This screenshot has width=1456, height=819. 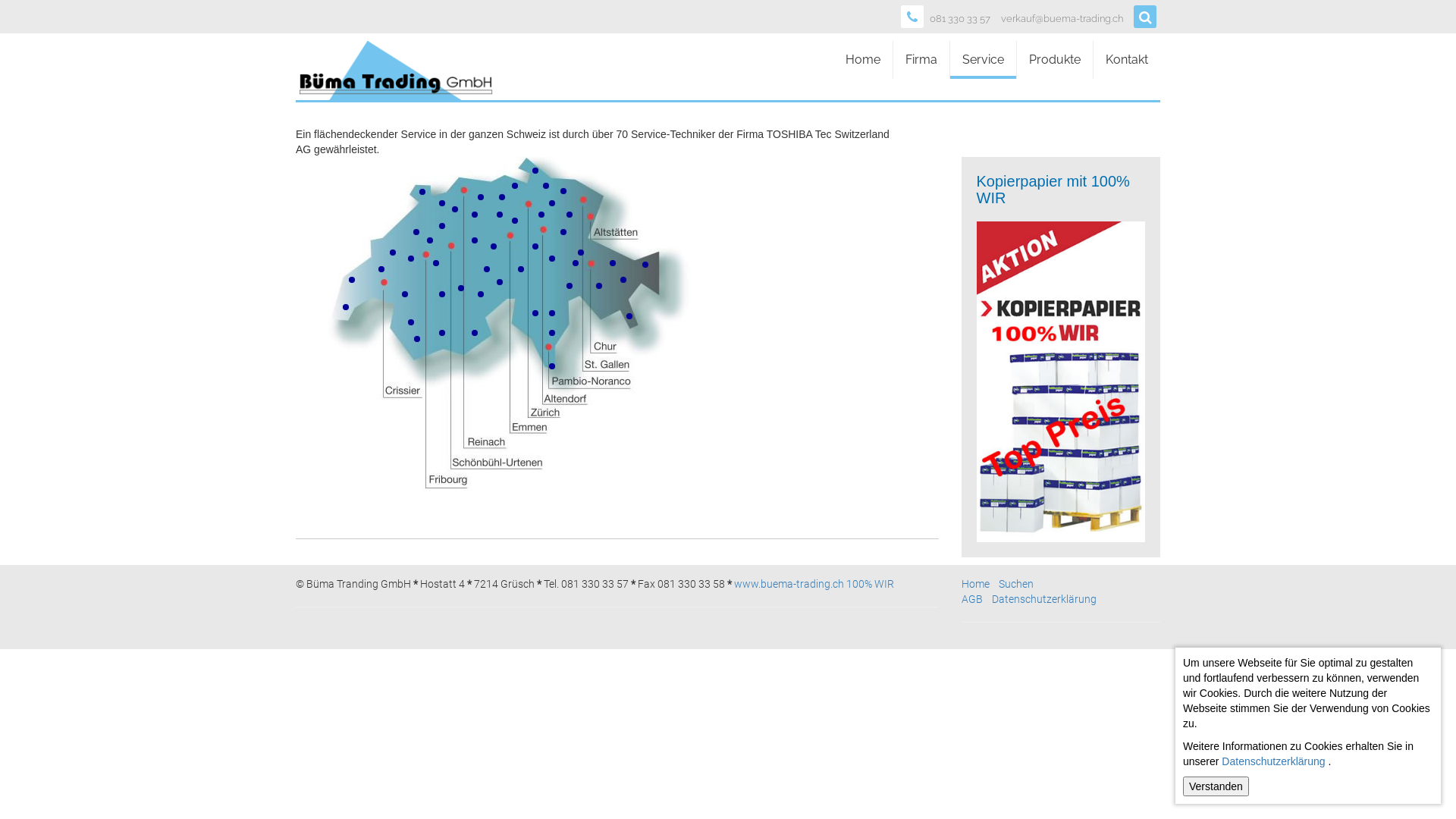 What do you see at coordinates (1001, 19) in the screenshot?
I see `'verkauf@buema-trading.ch'` at bounding box center [1001, 19].